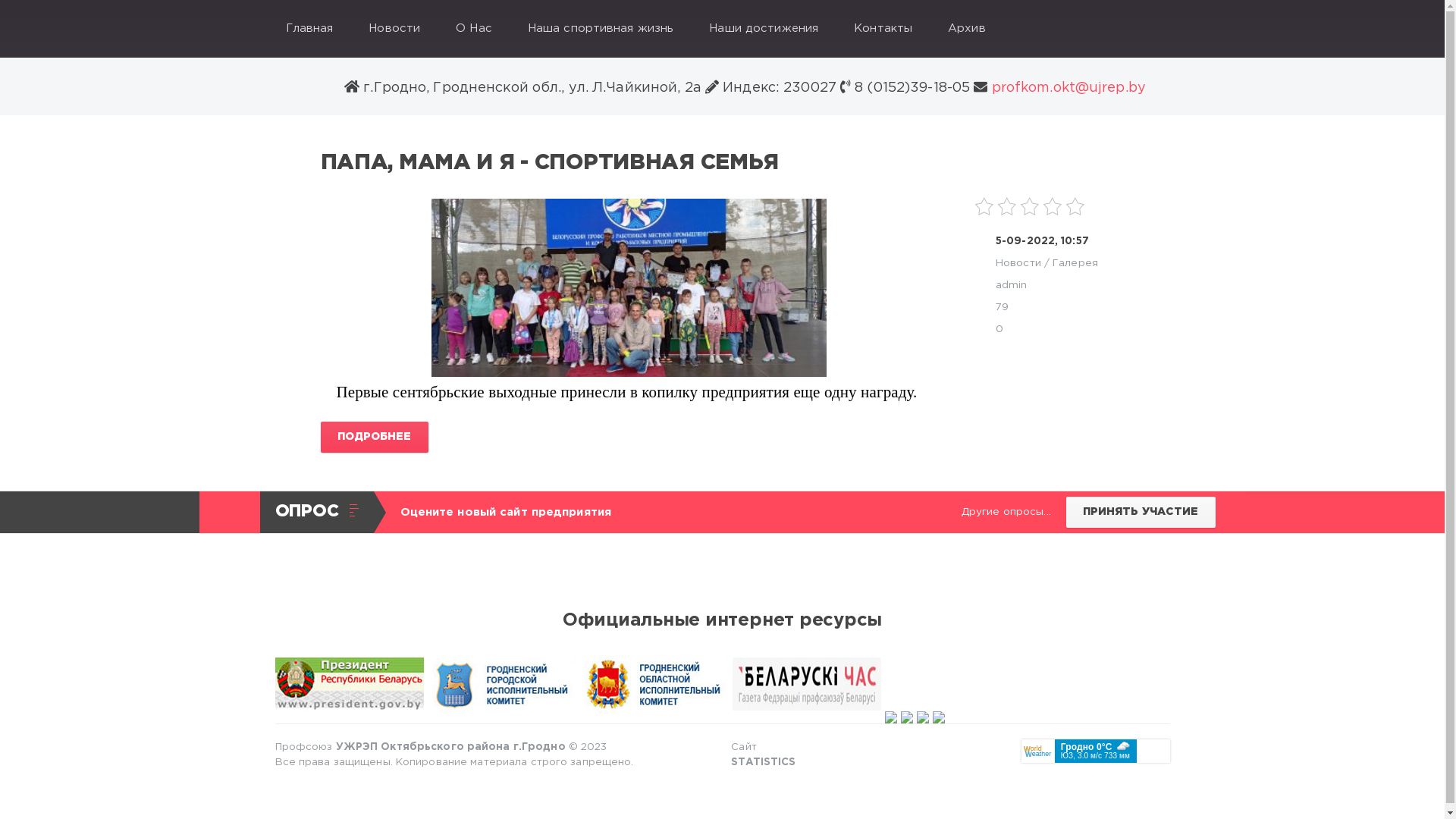 The image size is (1456, 819). What do you see at coordinates (1041, 240) in the screenshot?
I see `'5-09-2022, 10:57'` at bounding box center [1041, 240].